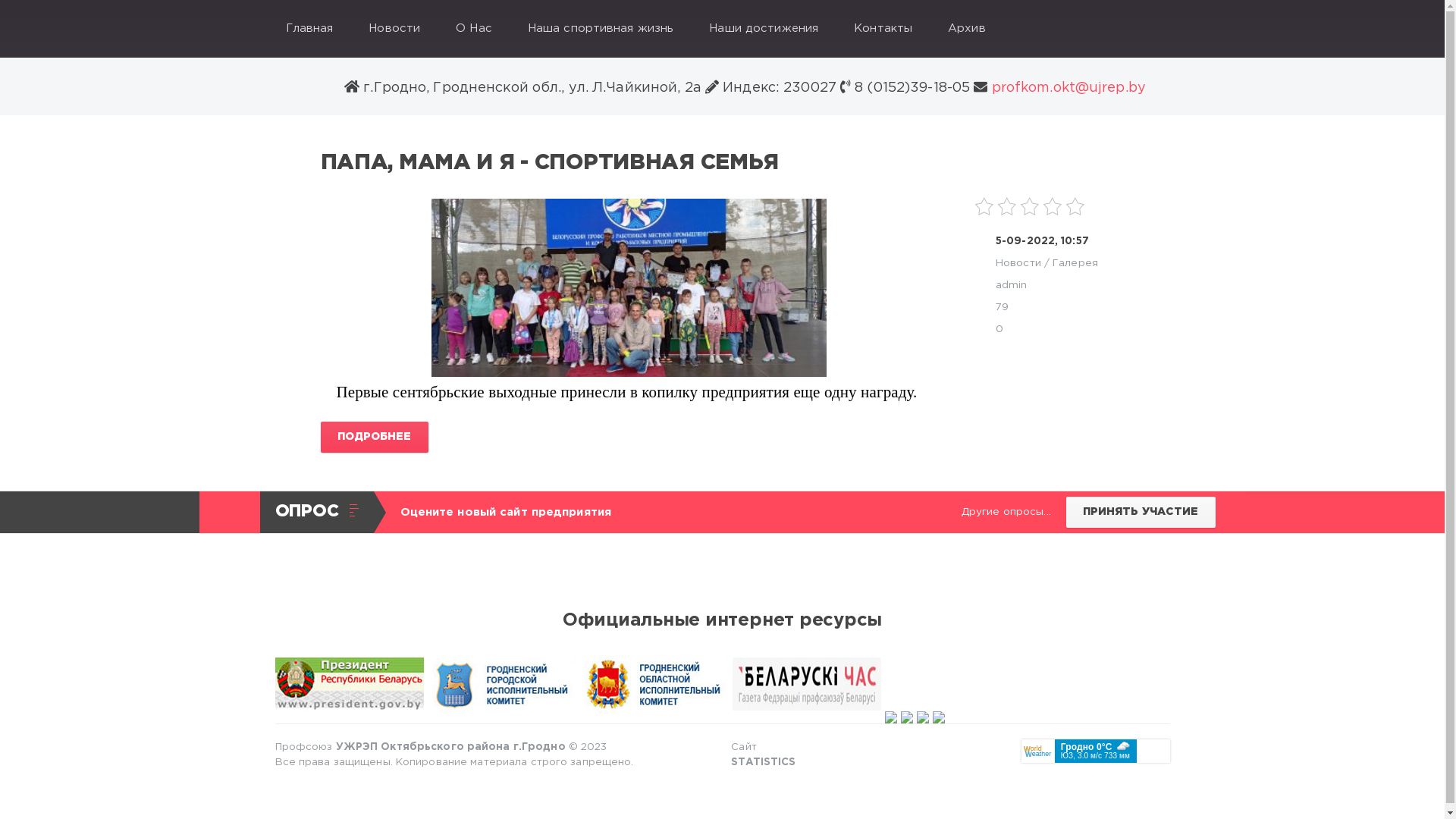 The image size is (1456, 819). What do you see at coordinates (1041, 240) in the screenshot?
I see `'5-09-2022, 10:57'` at bounding box center [1041, 240].